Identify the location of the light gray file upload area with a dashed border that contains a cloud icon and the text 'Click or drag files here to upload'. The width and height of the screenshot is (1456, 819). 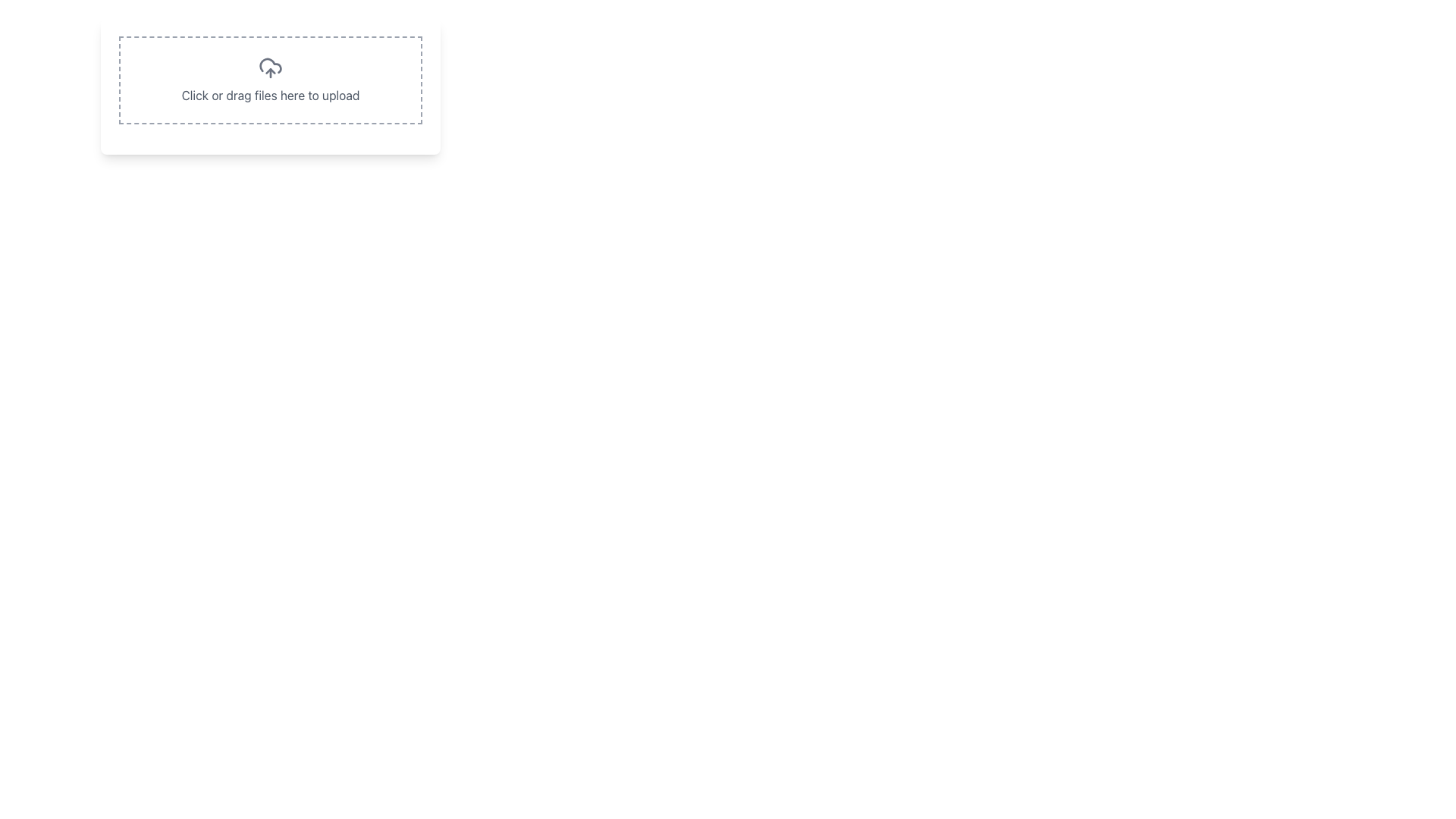
(270, 86).